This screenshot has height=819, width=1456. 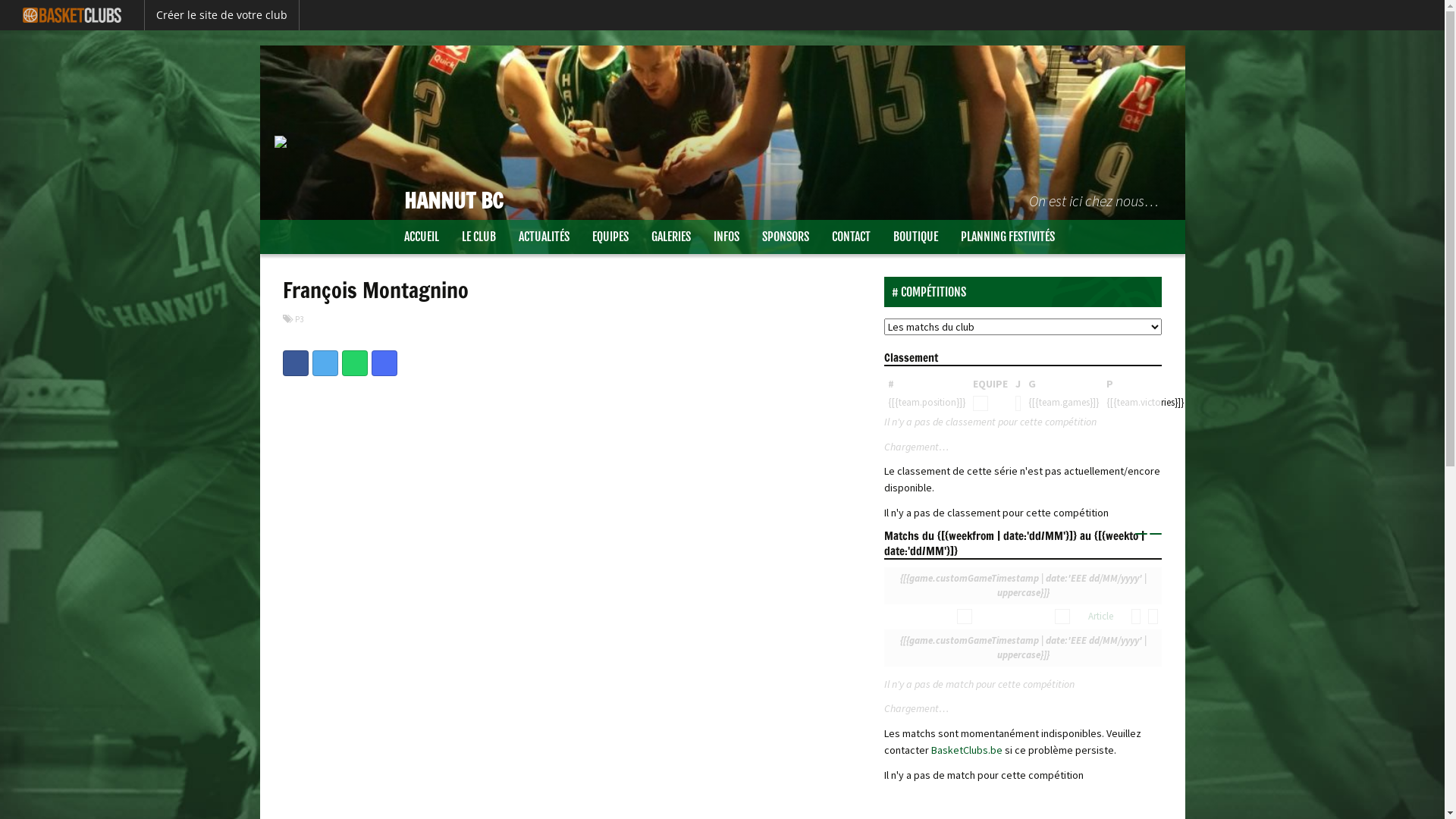 What do you see at coordinates (303, 228) in the screenshot?
I see `'Passer au contenu'` at bounding box center [303, 228].